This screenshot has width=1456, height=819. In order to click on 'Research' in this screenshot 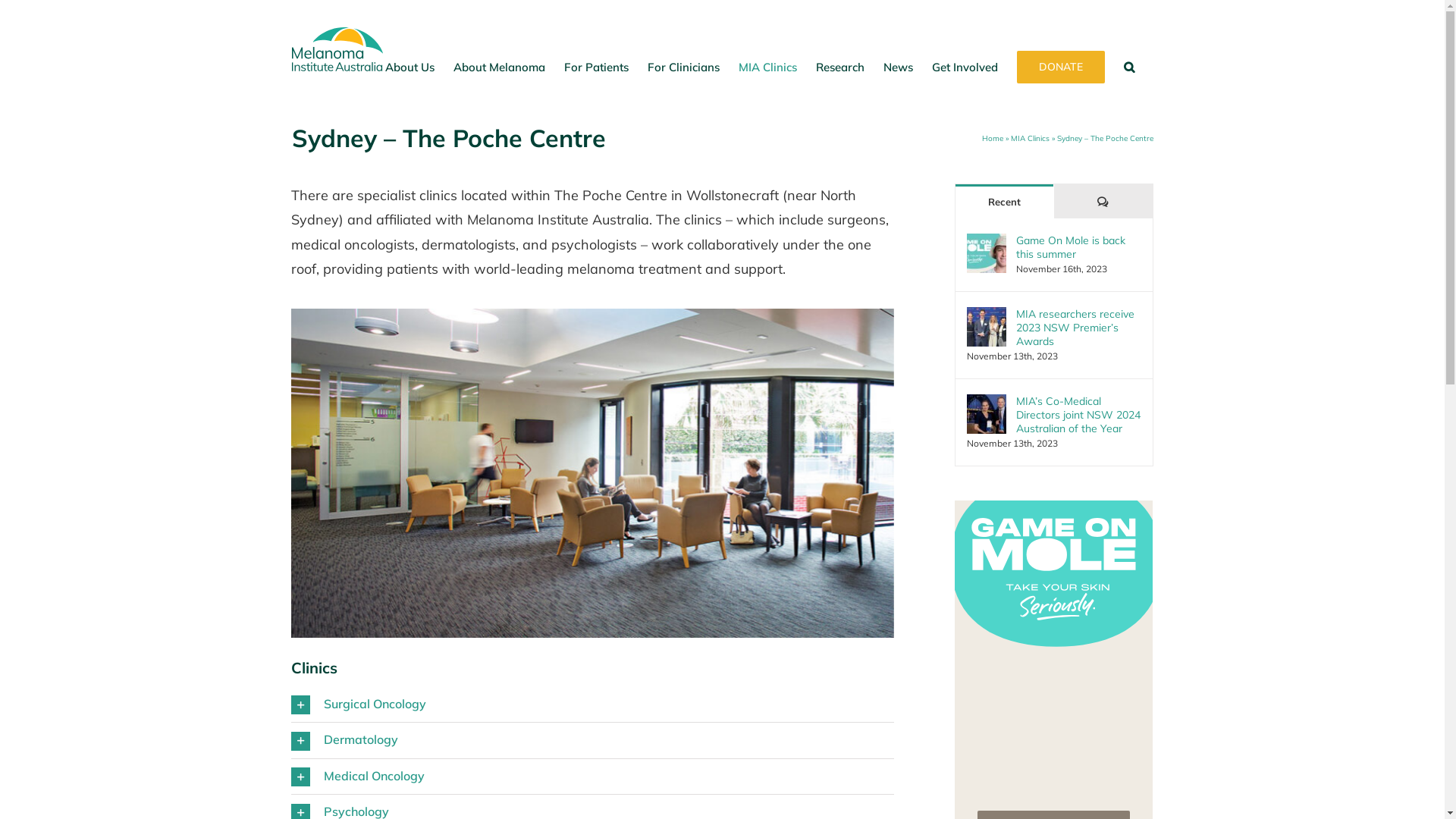, I will do `click(839, 66)`.